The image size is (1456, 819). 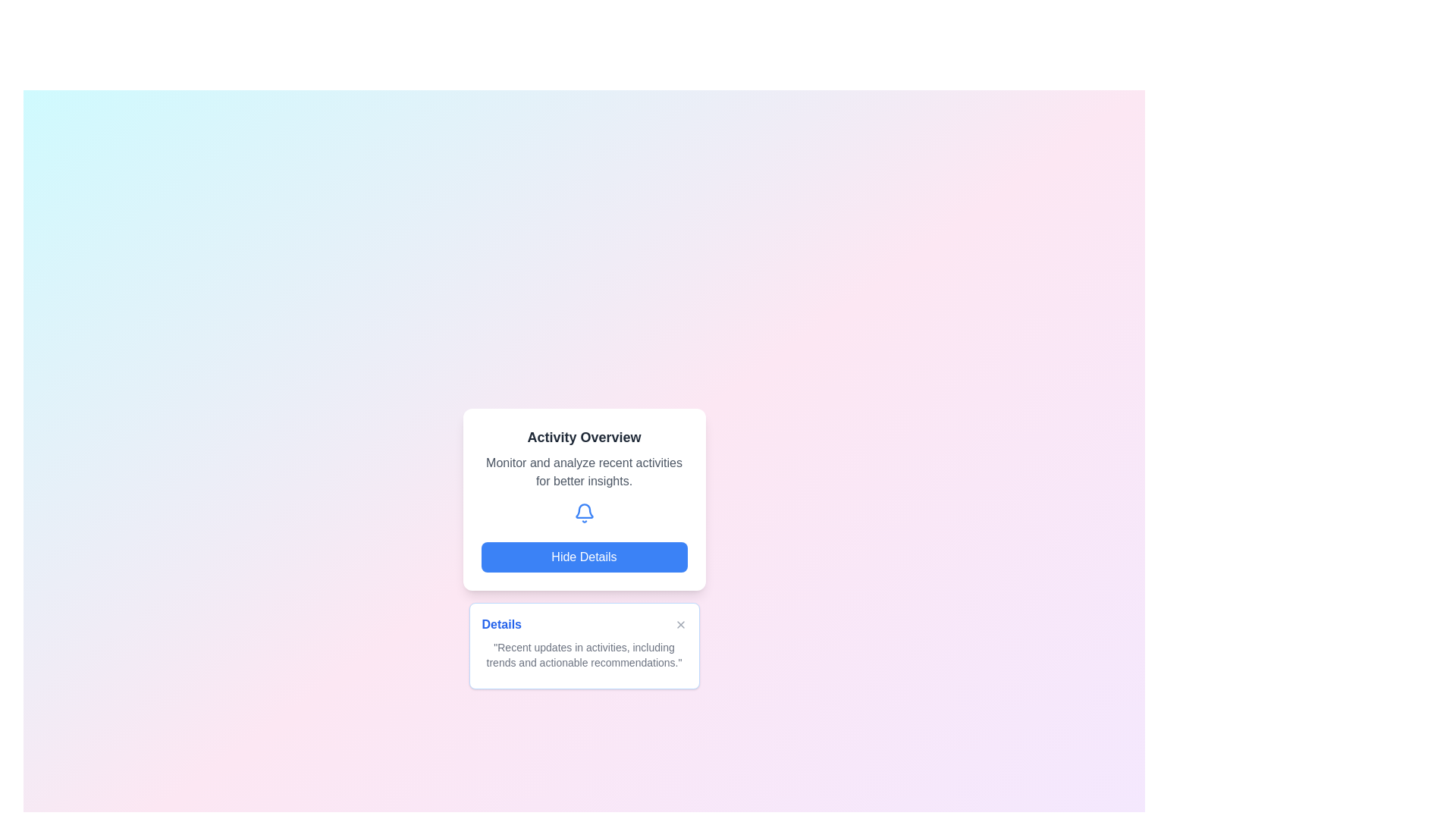 What do you see at coordinates (583, 557) in the screenshot?
I see `the button located below the 'Activity Overview' heading to trigger hover effects` at bounding box center [583, 557].